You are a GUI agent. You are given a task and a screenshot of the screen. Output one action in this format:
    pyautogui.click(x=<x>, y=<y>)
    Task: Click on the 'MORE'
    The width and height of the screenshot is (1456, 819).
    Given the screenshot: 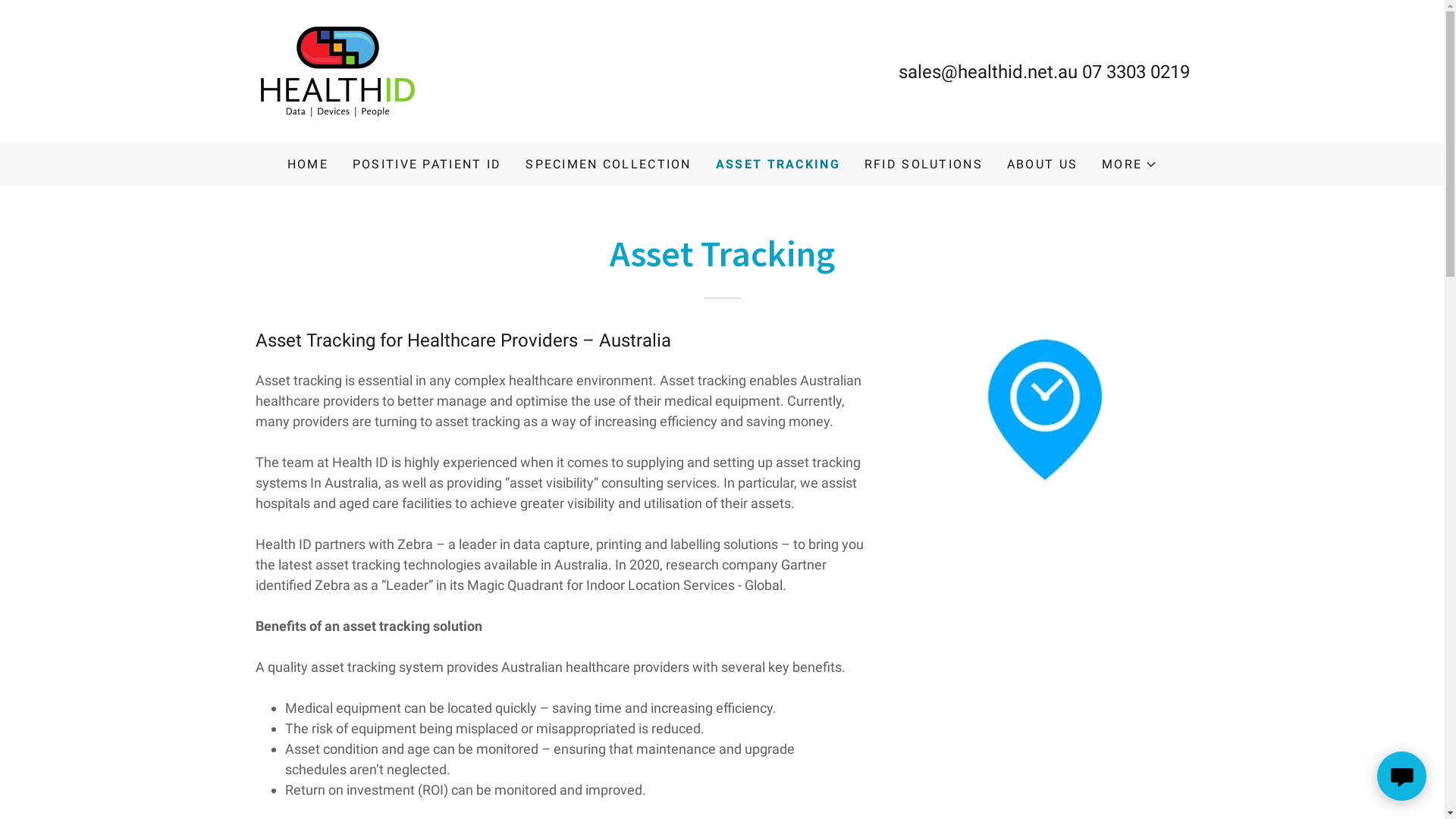 What is the action you would take?
    pyautogui.click(x=1102, y=164)
    